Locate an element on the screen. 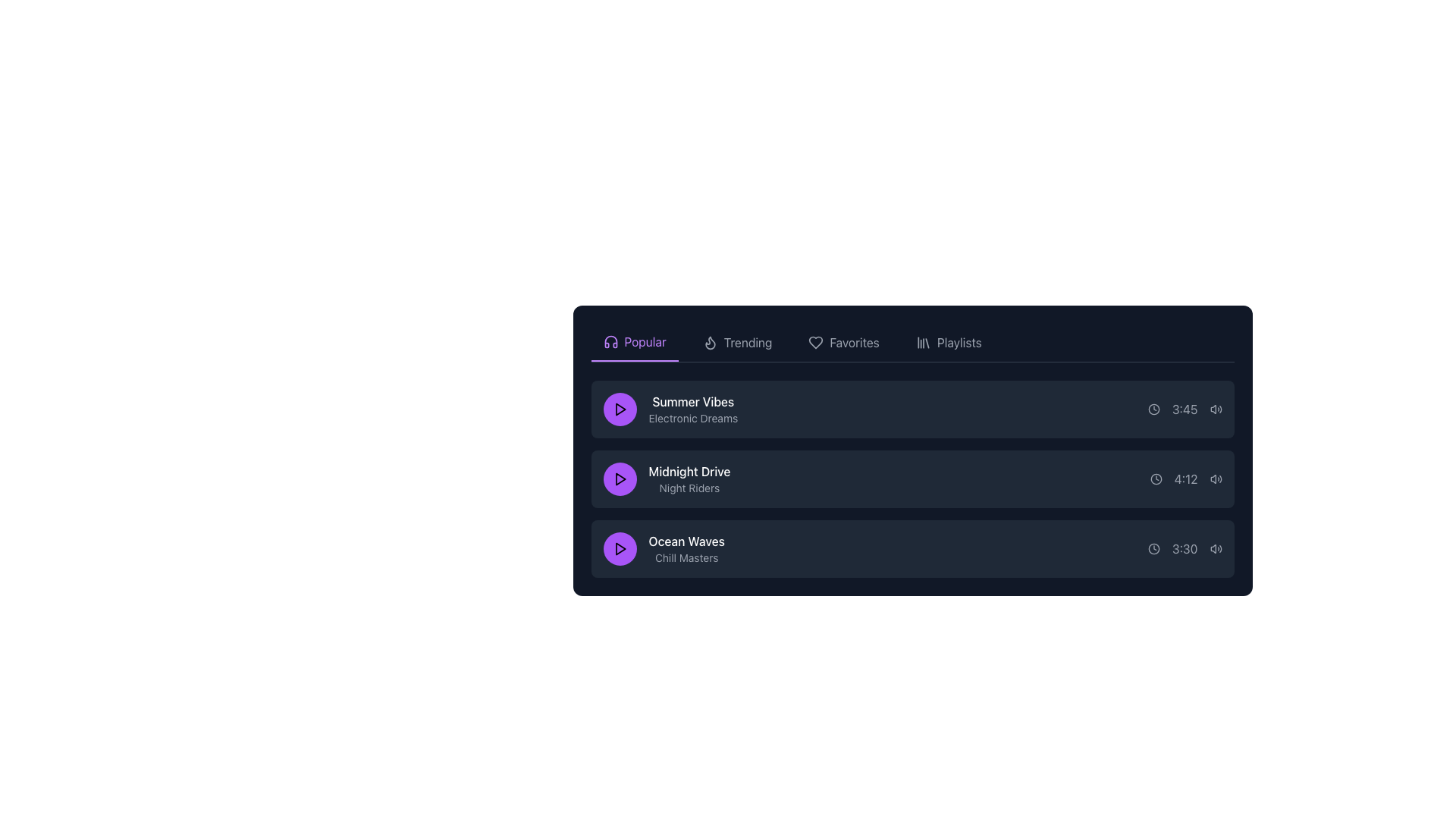 This screenshot has height=819, width=1456. the play button located to the left of the text 'Summer Vibes' and 'Electronic Dreams' in the first item of the music track list is located at coordinates (620, 409).